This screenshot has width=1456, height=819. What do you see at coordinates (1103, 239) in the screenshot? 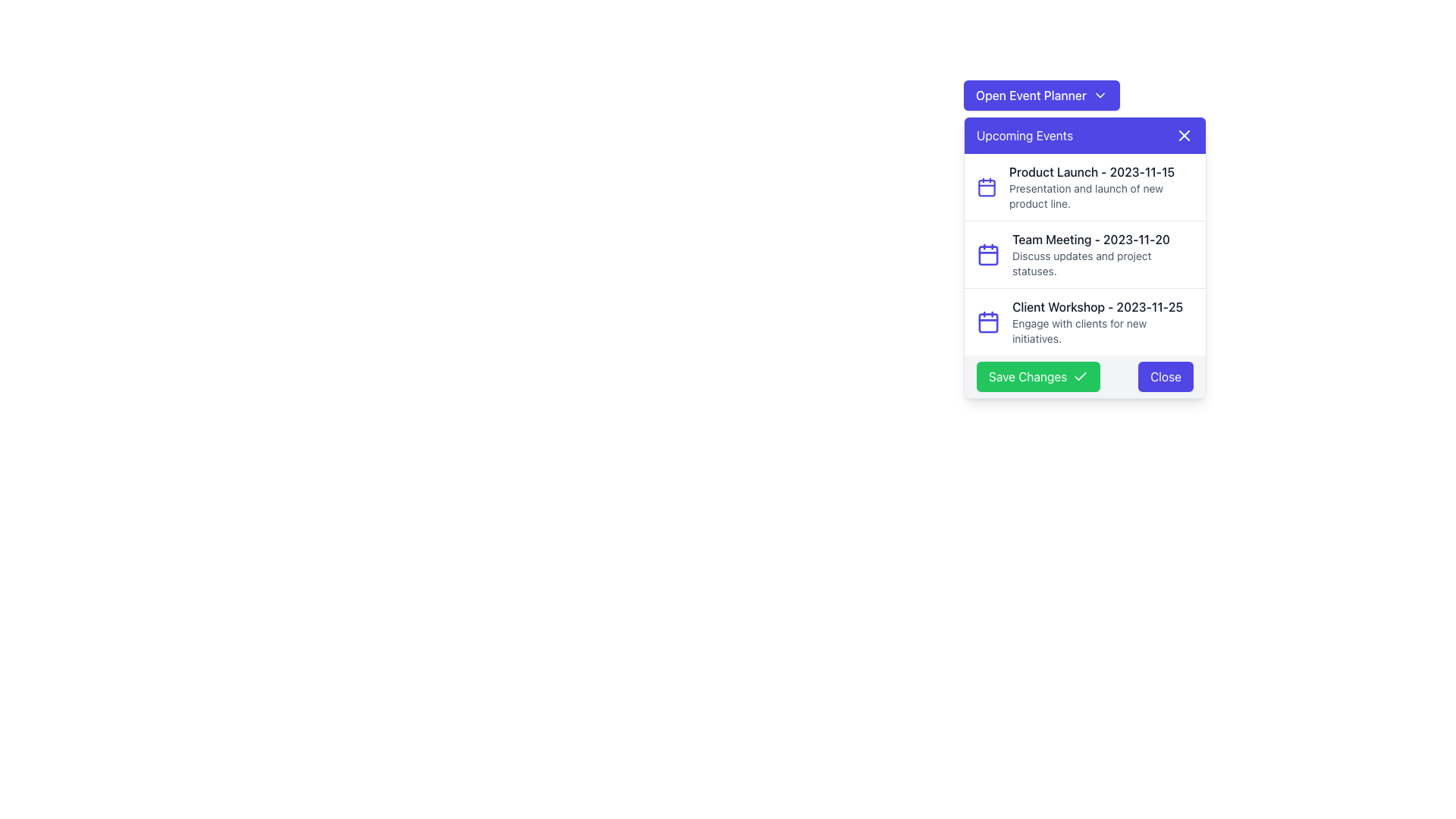
I see `the event title text element located in the Upcoming Events section, which displays the event name and date` at bounding box center [1103, 239].